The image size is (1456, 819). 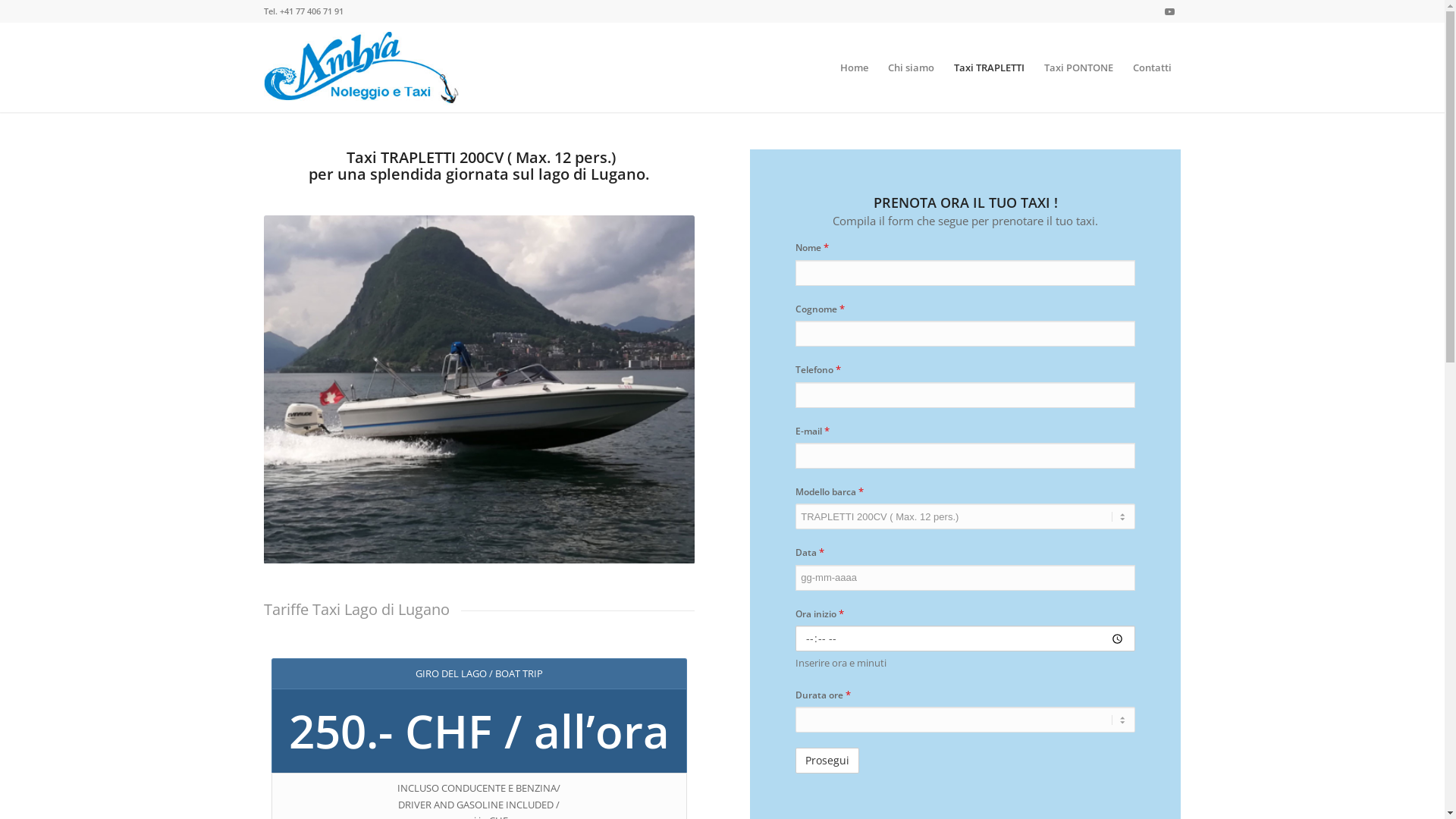 I want to click on 'Taxi TRAPLETTI', so click(x=988, y=66).